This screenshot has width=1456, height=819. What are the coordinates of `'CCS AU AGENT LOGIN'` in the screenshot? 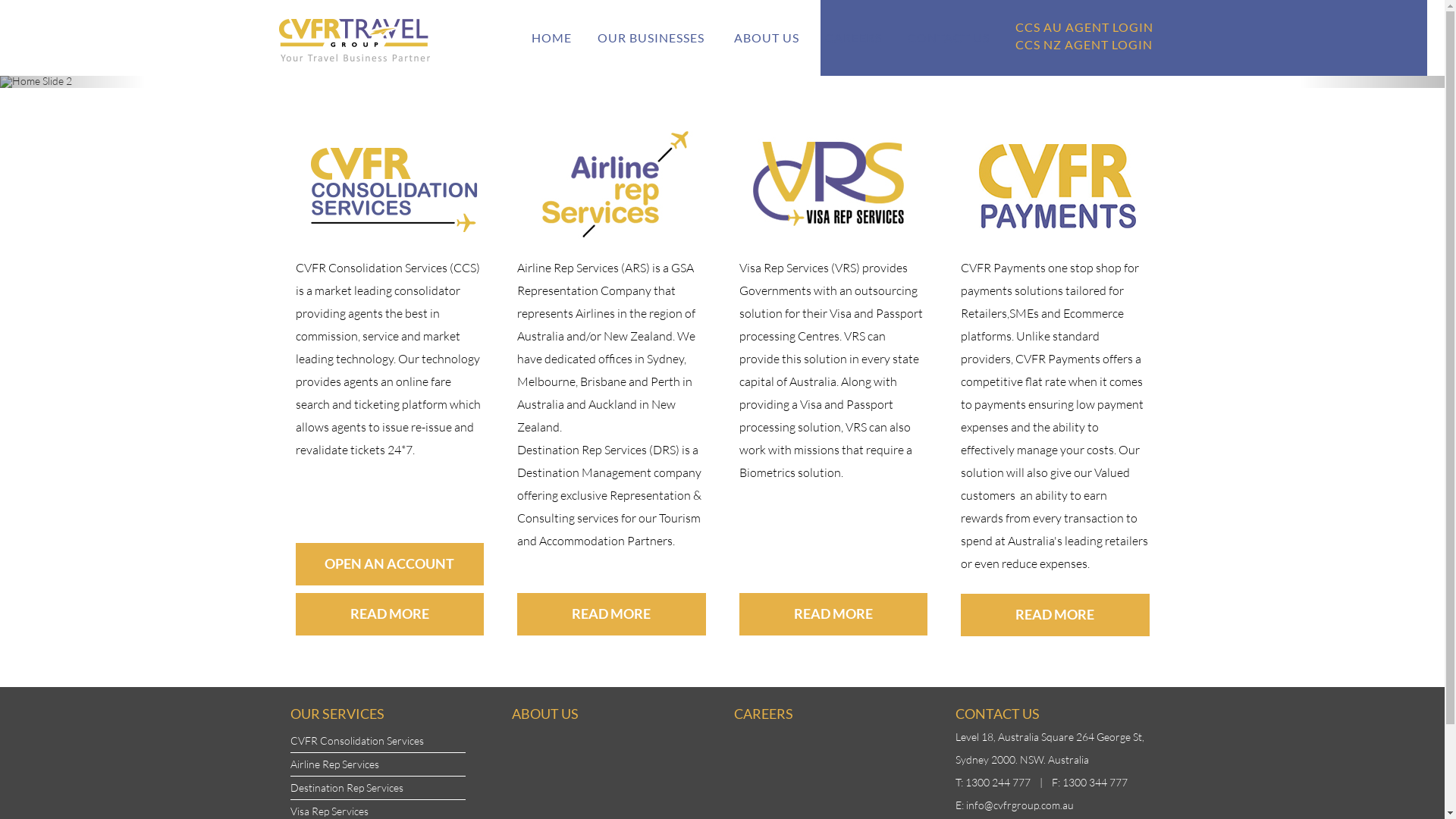 It's located at (1084, 27).